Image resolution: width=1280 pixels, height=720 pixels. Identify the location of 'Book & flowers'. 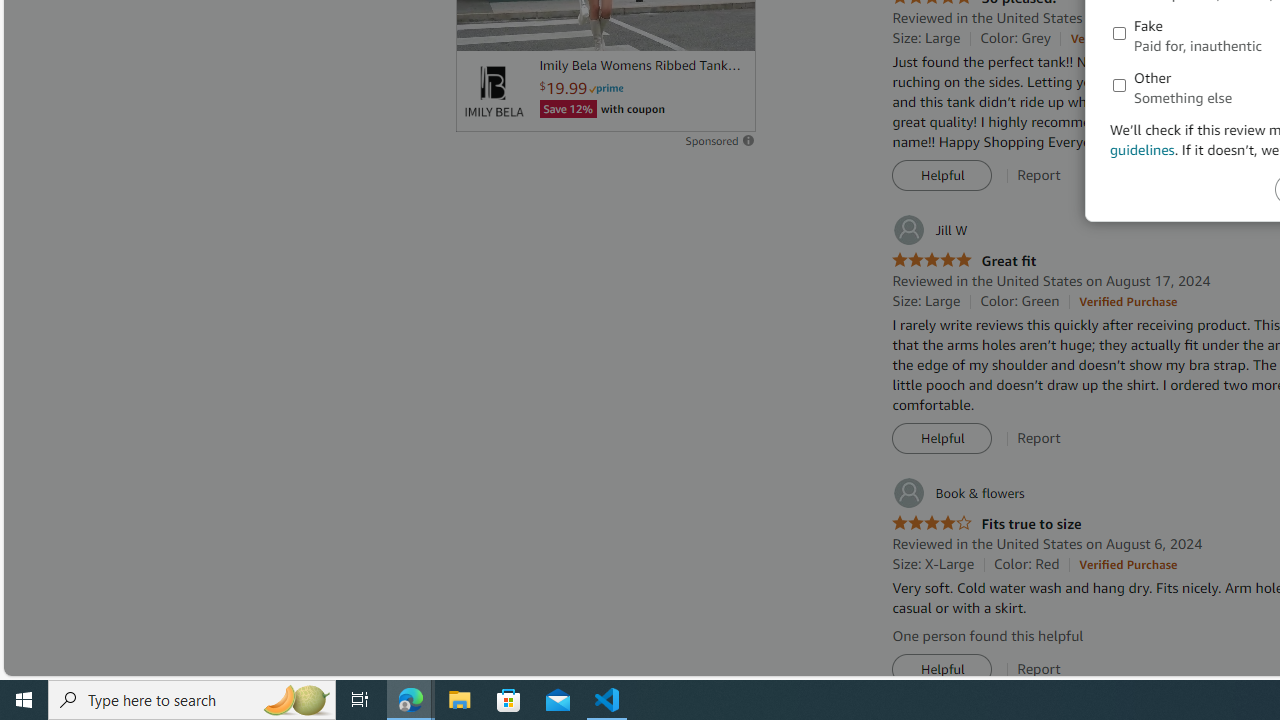
(957, 493).